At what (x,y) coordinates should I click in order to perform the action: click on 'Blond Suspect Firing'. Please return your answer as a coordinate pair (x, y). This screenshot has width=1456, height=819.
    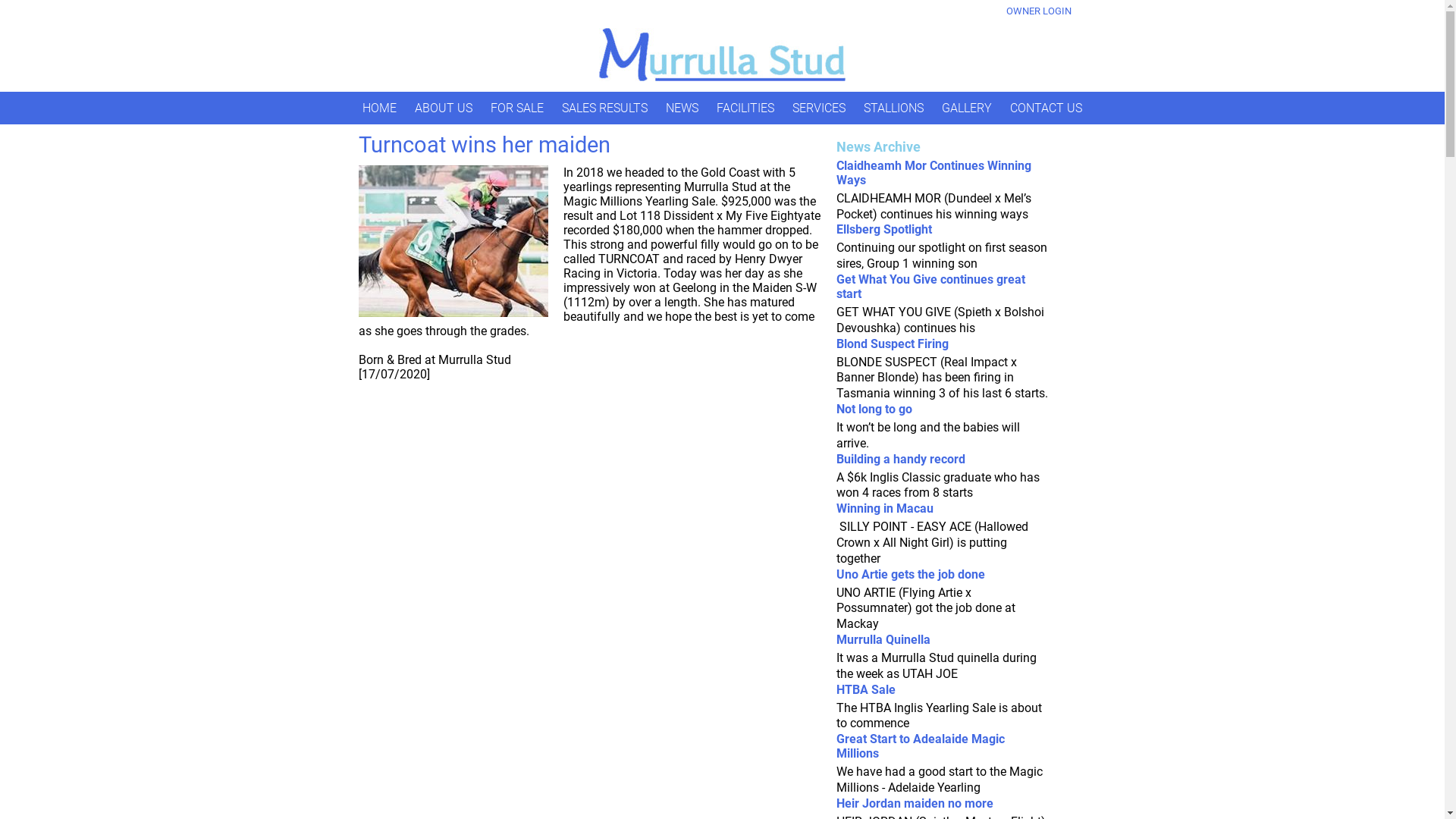
    Looking at the image, I should click on (892, 344).